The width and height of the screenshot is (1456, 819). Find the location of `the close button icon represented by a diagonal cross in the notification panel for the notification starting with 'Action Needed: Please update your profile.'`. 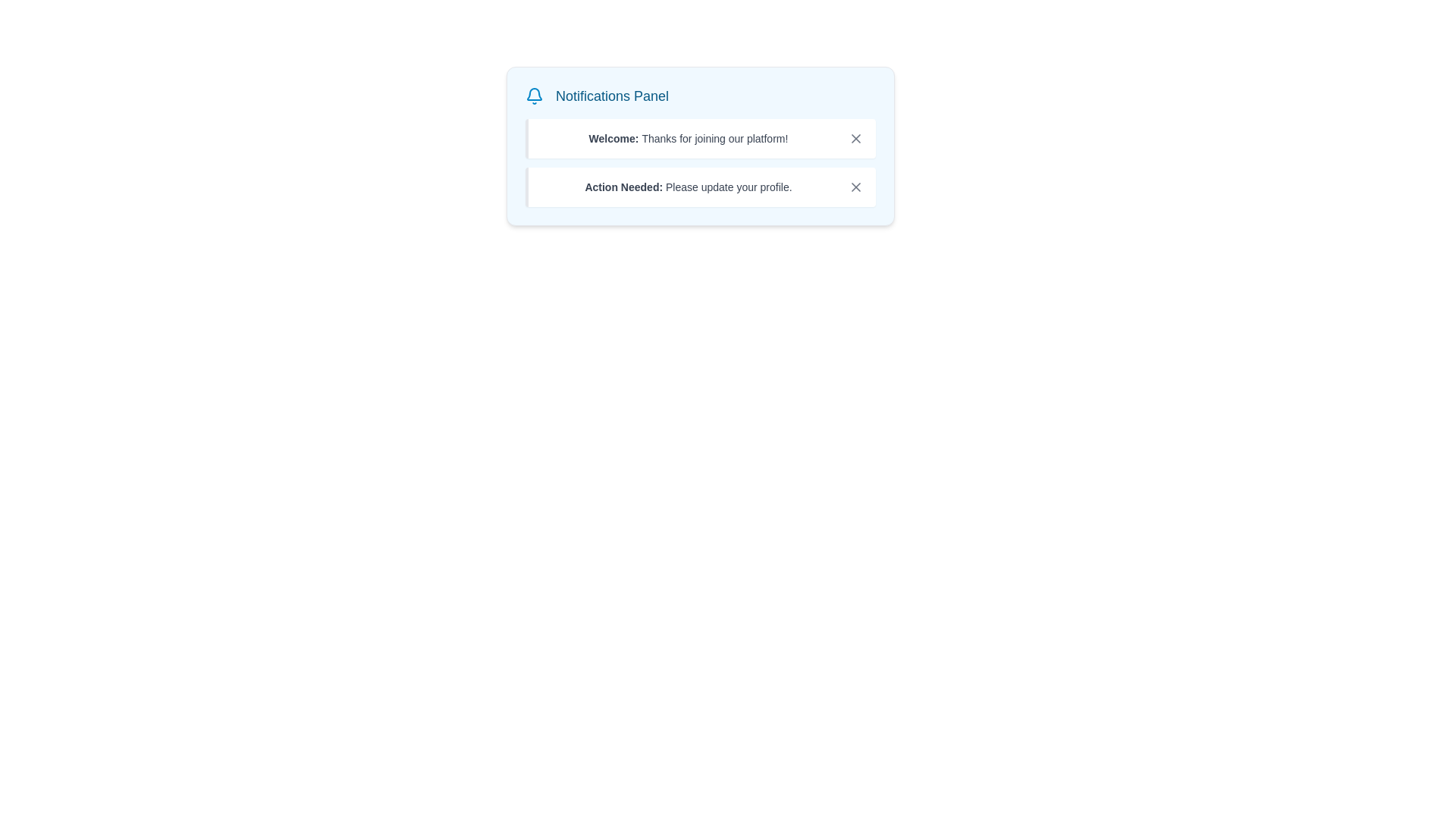

the close button icon represented by a diagonal cross in the notification panel for the notification starting with 'Action Needed: Please update your profile.' is located at coordinates (855, 186).